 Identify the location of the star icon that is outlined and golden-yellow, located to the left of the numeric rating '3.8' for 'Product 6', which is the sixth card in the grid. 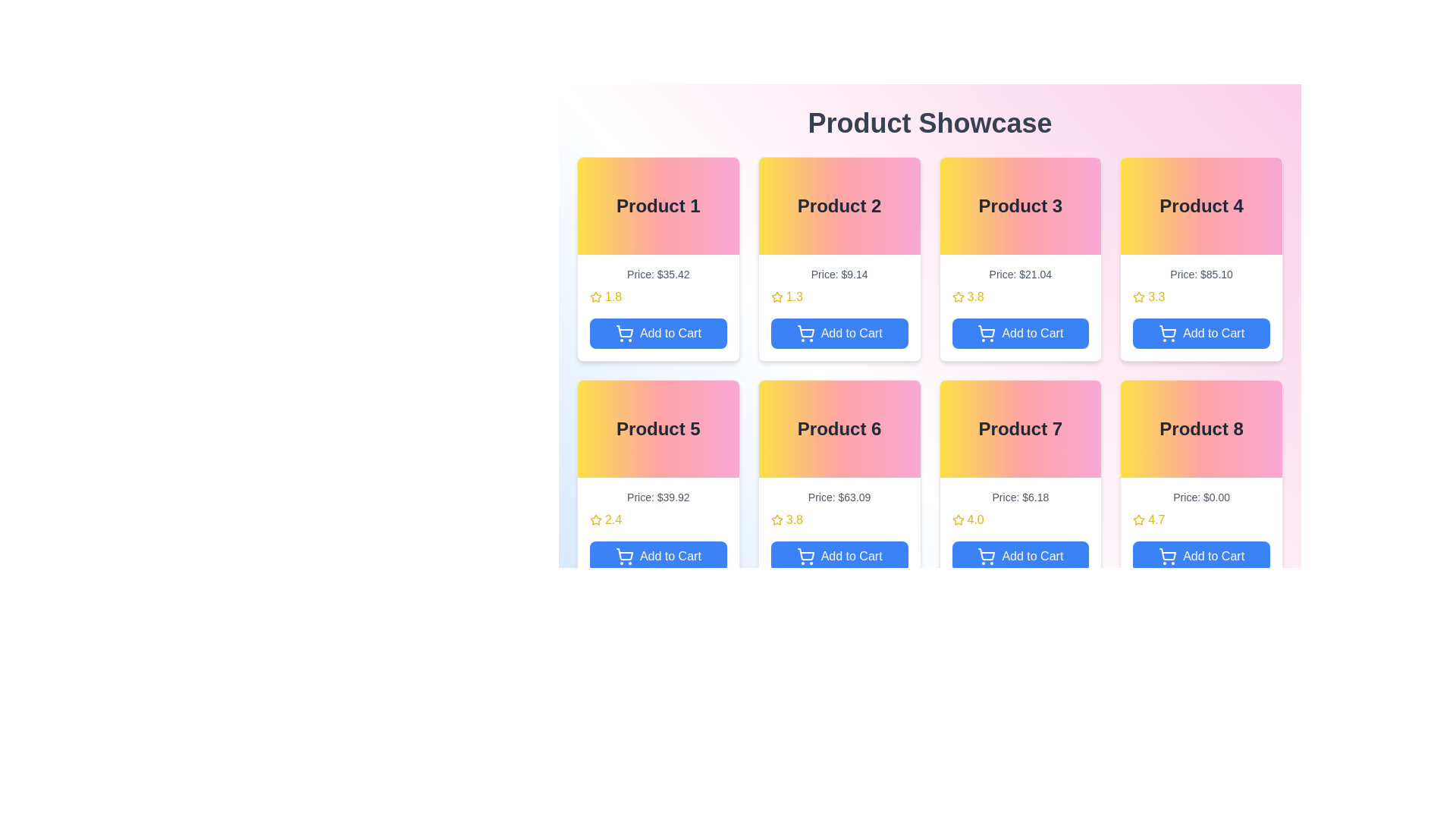
(777, 519).